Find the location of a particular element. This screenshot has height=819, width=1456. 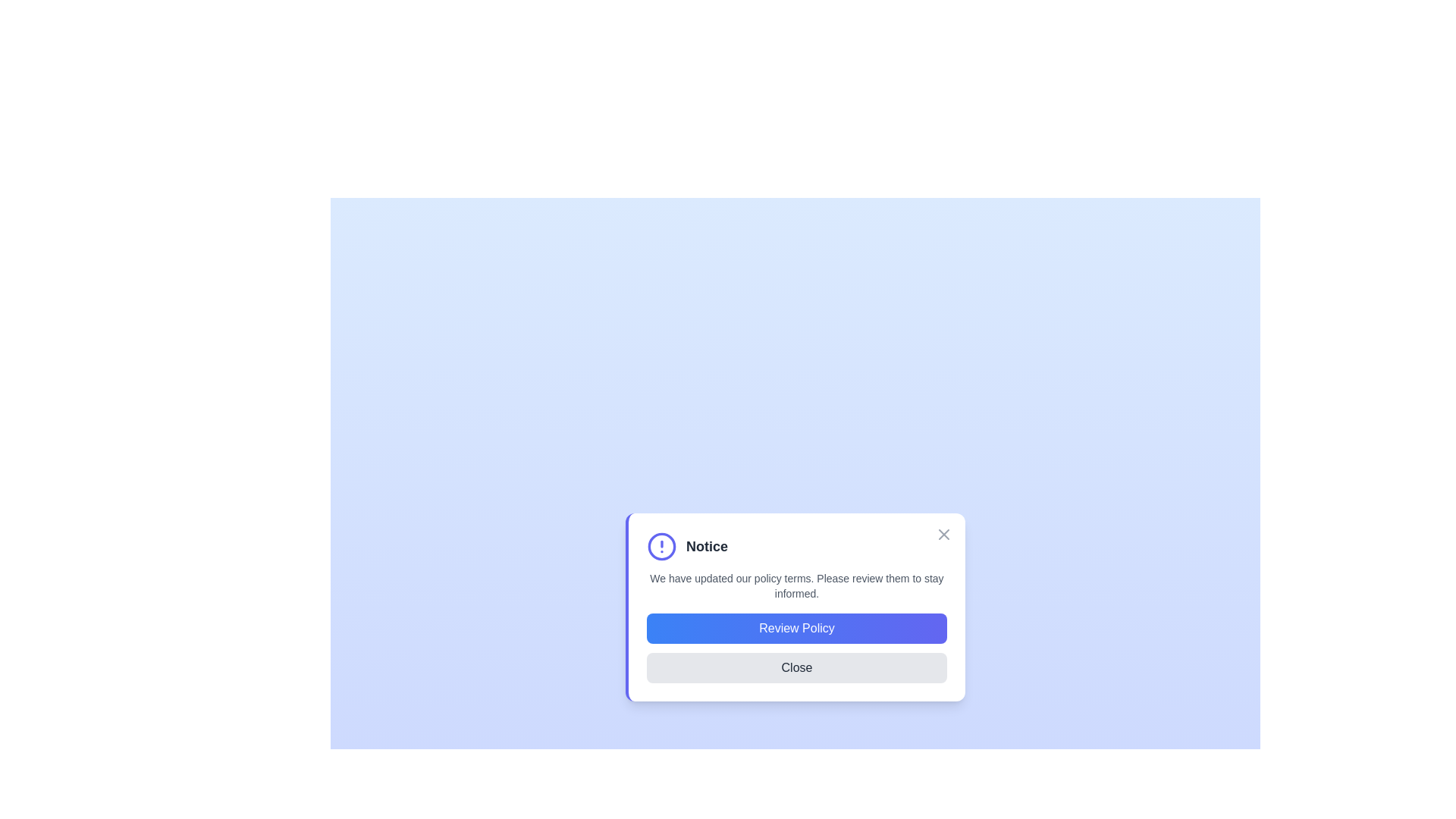

'X' button on the alert panel to close it is located at coordinates (943, 534).